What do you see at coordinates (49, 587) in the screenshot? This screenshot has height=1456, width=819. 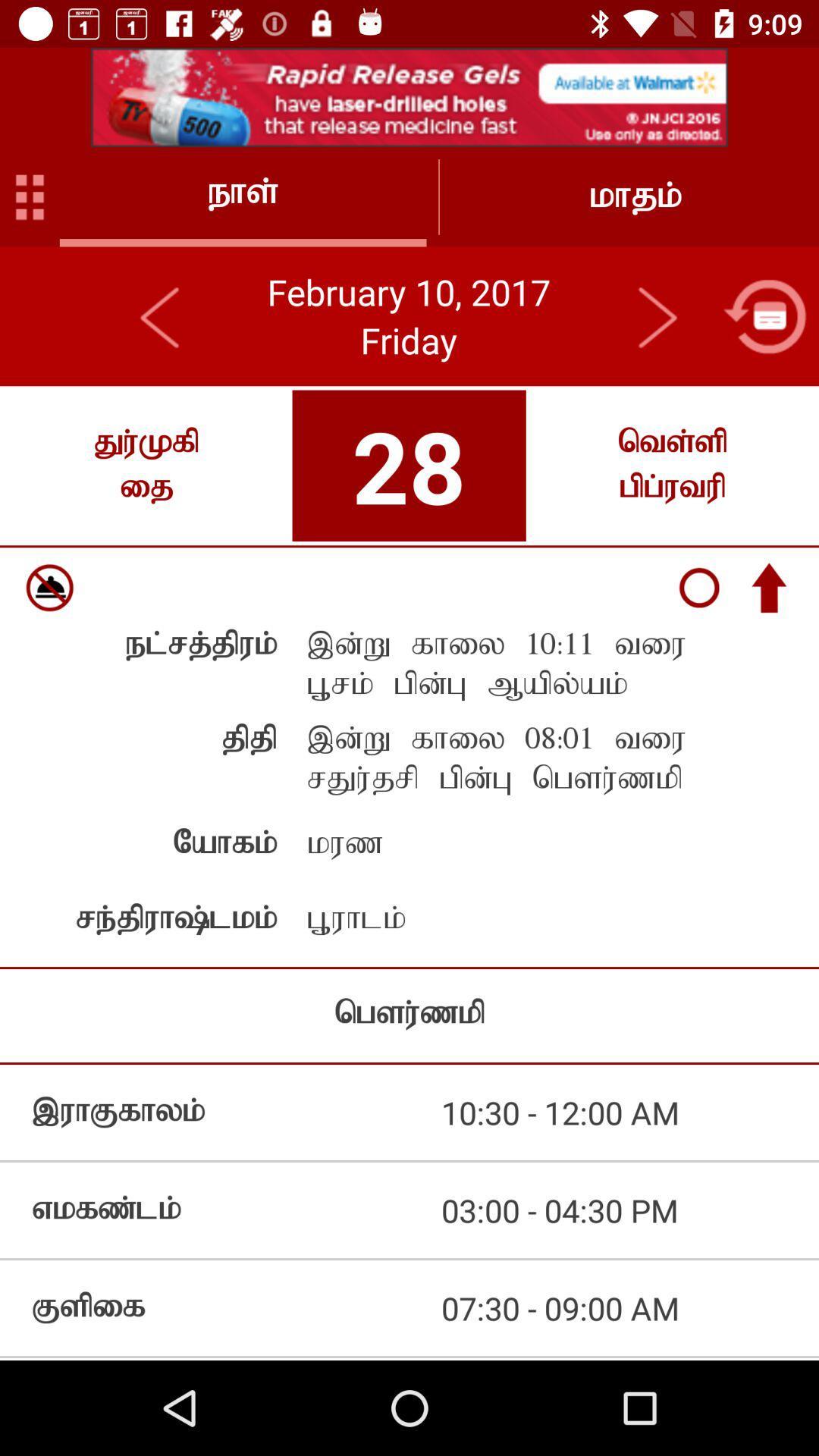 I see `the emoji icon` at bounding box center [49, 587].